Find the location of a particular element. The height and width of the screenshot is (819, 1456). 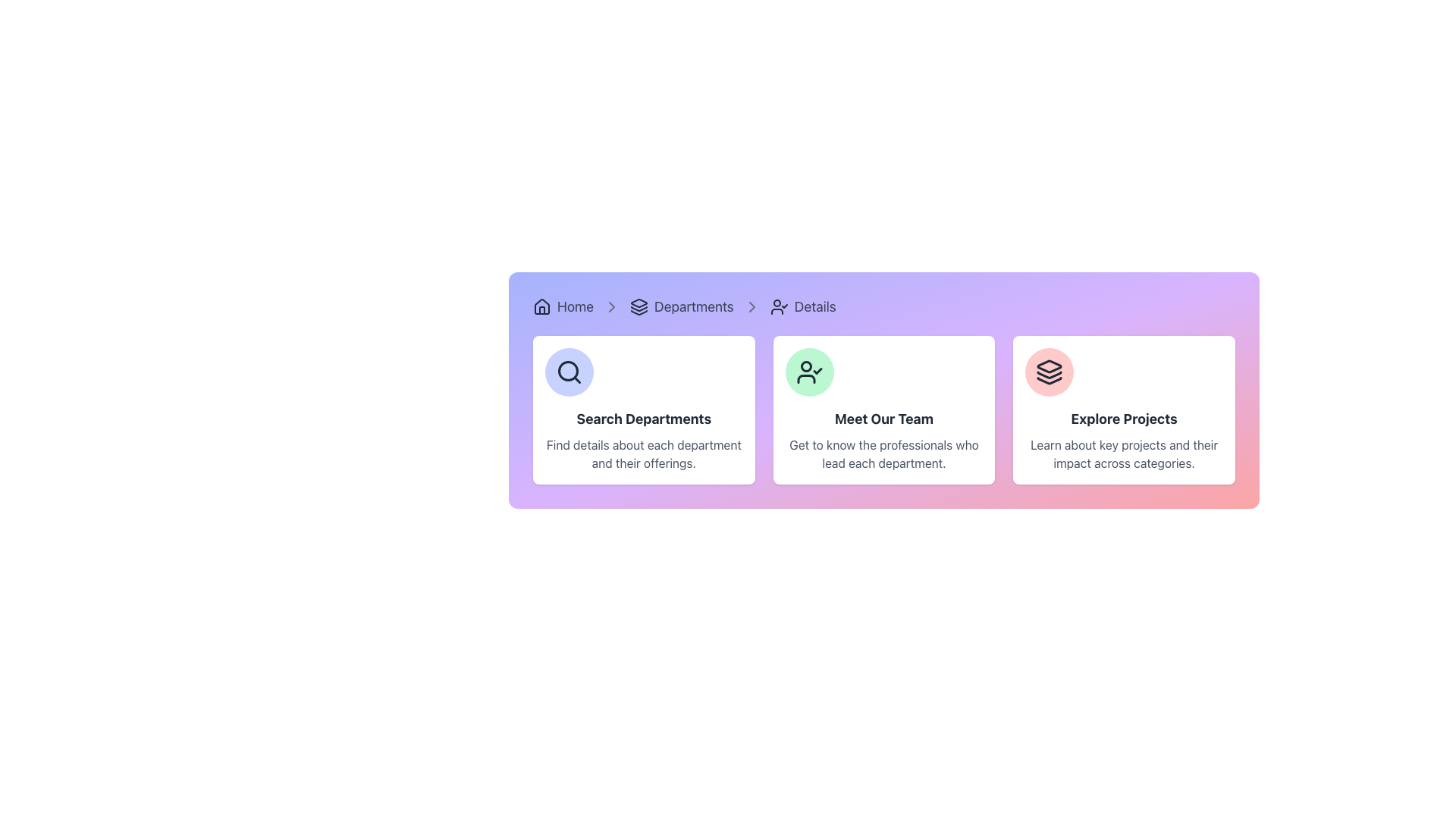

the 'Home' icon in the breadcrumb navigation bar is located at coordinates (542, 306).